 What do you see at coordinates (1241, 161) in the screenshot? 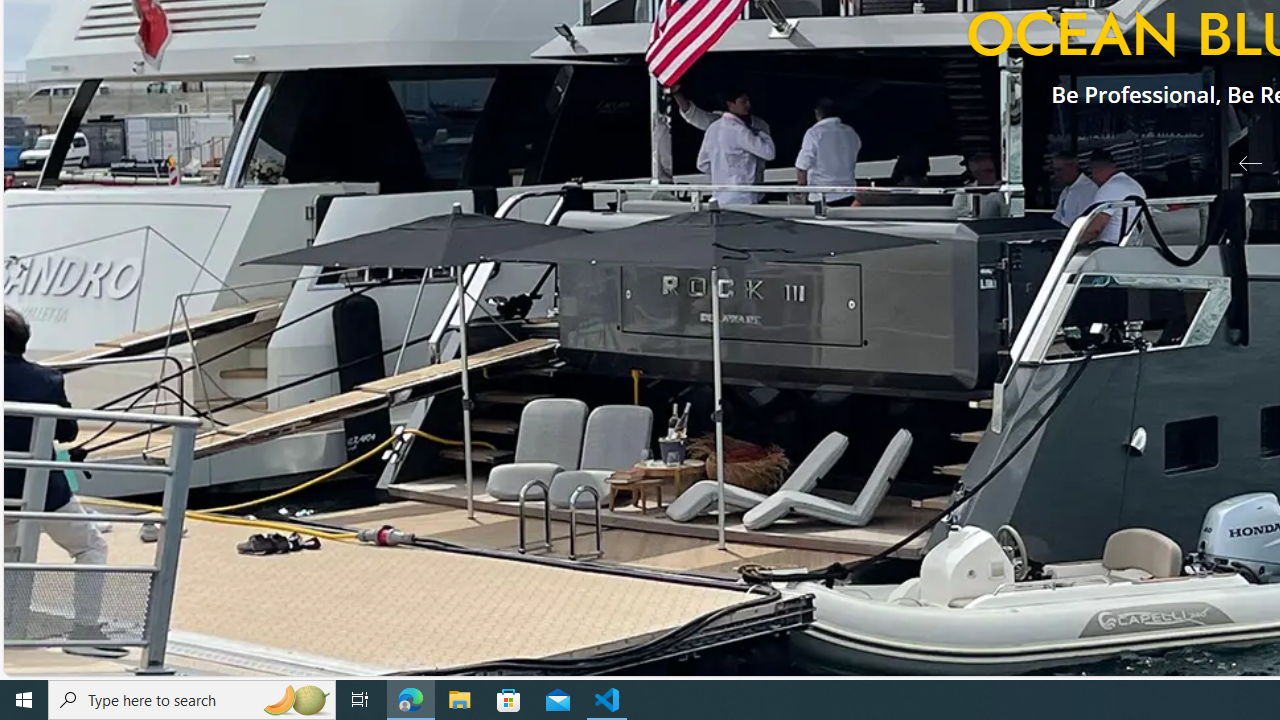
I see `'Previous Slide'` at bounding box center [1241, 161].